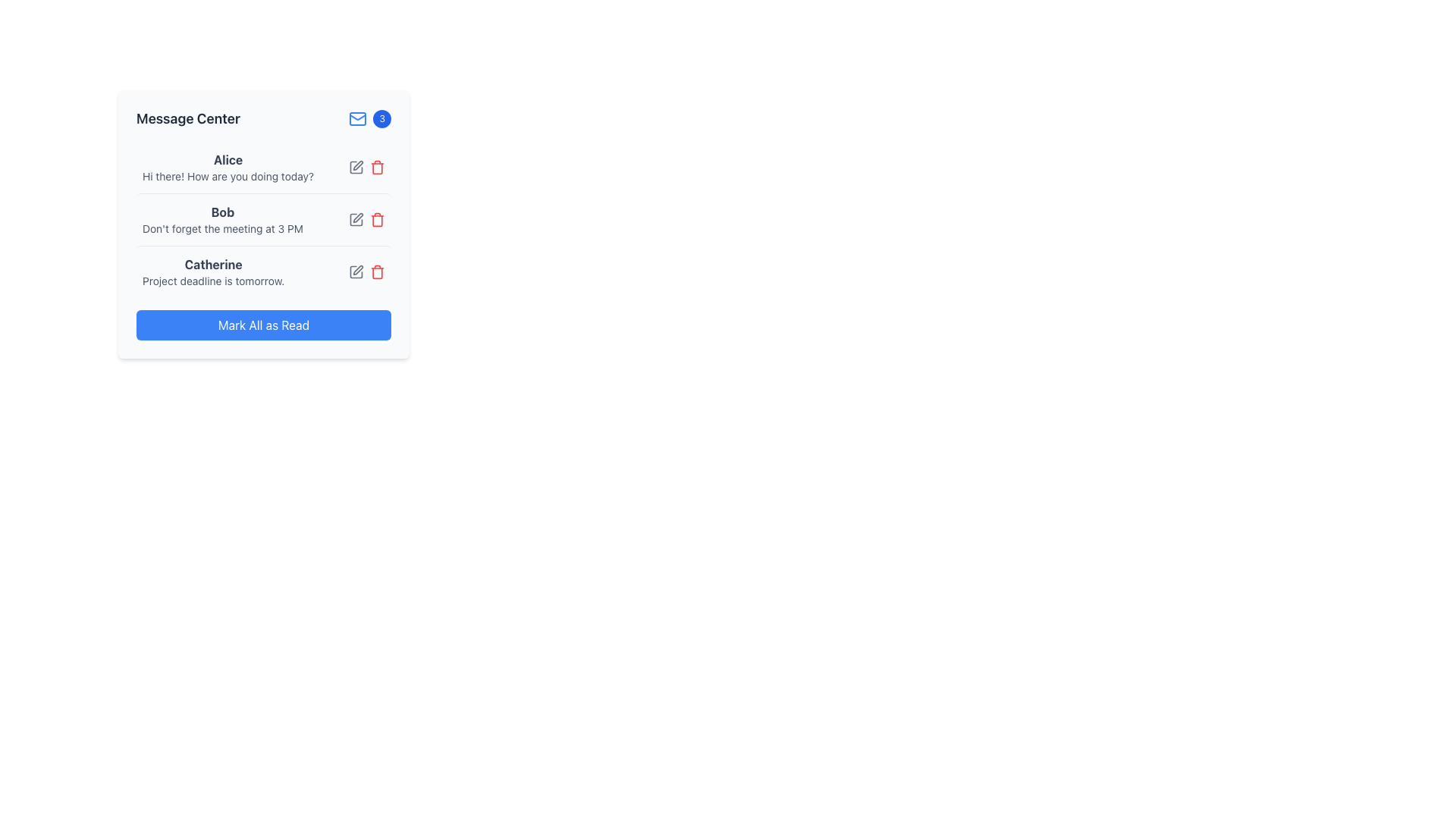  I want to click on reminder message associated with the user 'Bob', which is the second textual message in the 'Message Center' directly below the bold 'Bob' name label, so click(221, 228).